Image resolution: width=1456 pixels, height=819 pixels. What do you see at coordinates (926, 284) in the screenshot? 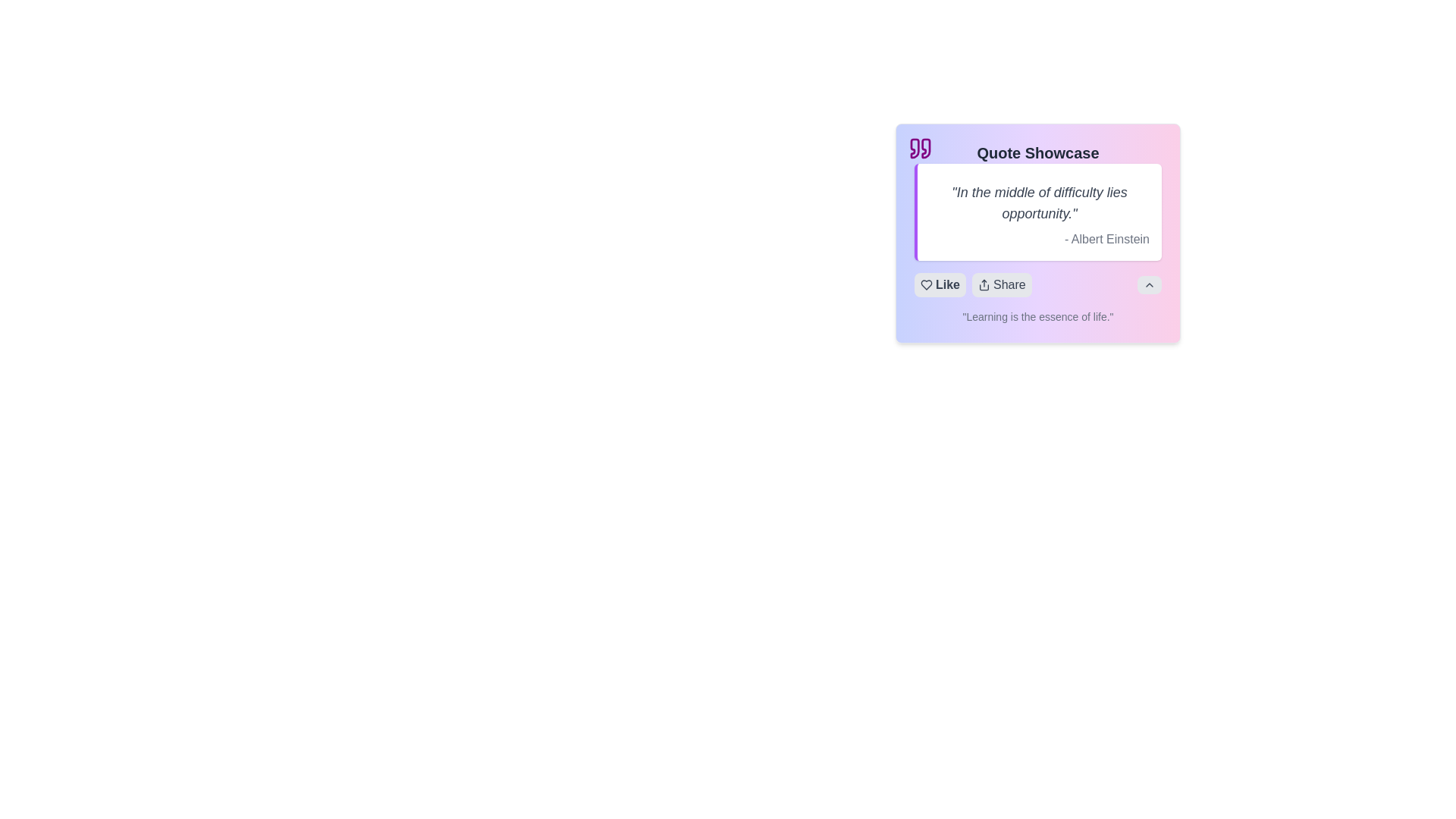
I see `the SVG heart icon element, which is styled with strokes and no fill` at bounding box center [926, 284].